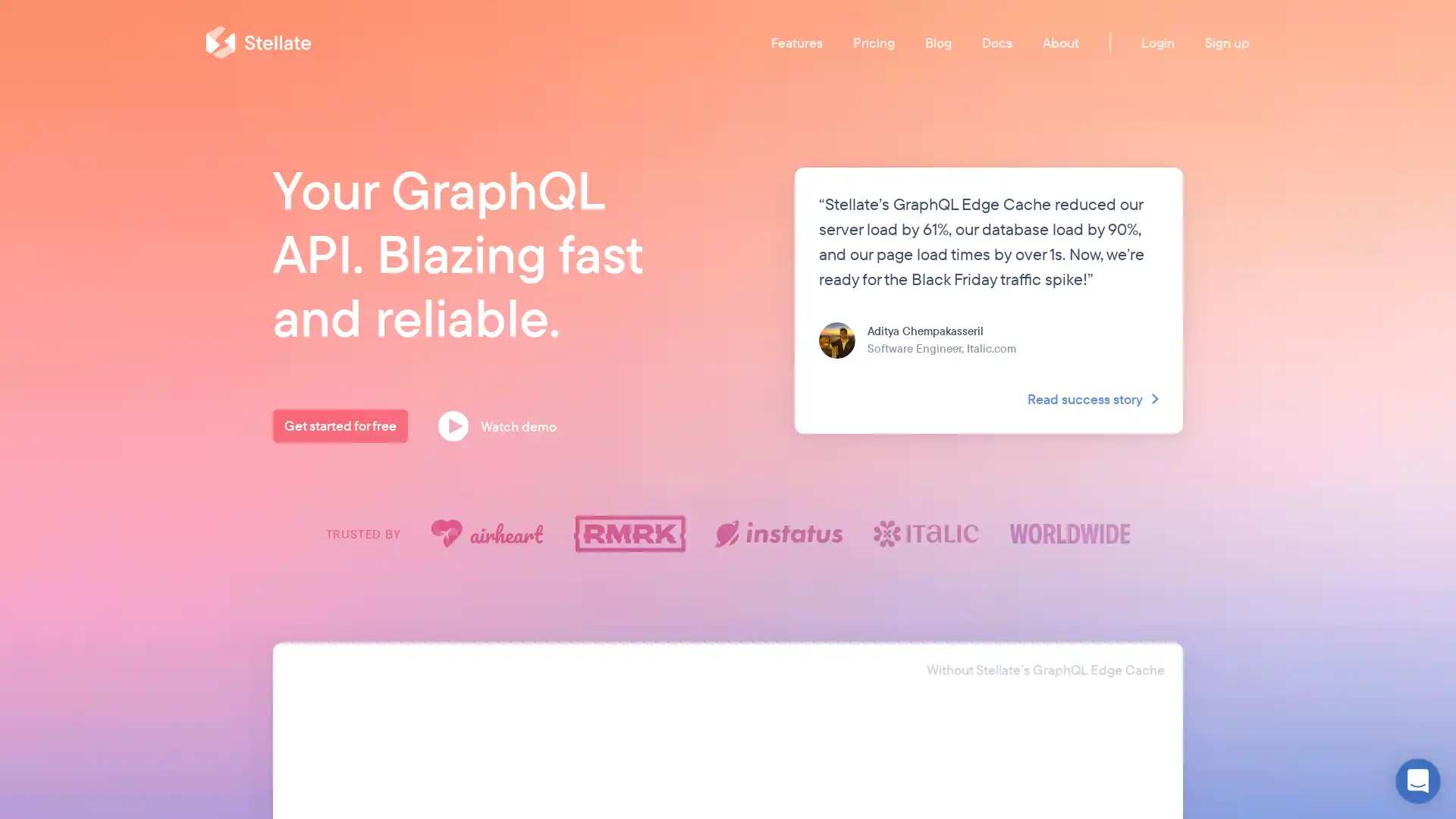  I want to click on Get started for free, so click(340, 426).